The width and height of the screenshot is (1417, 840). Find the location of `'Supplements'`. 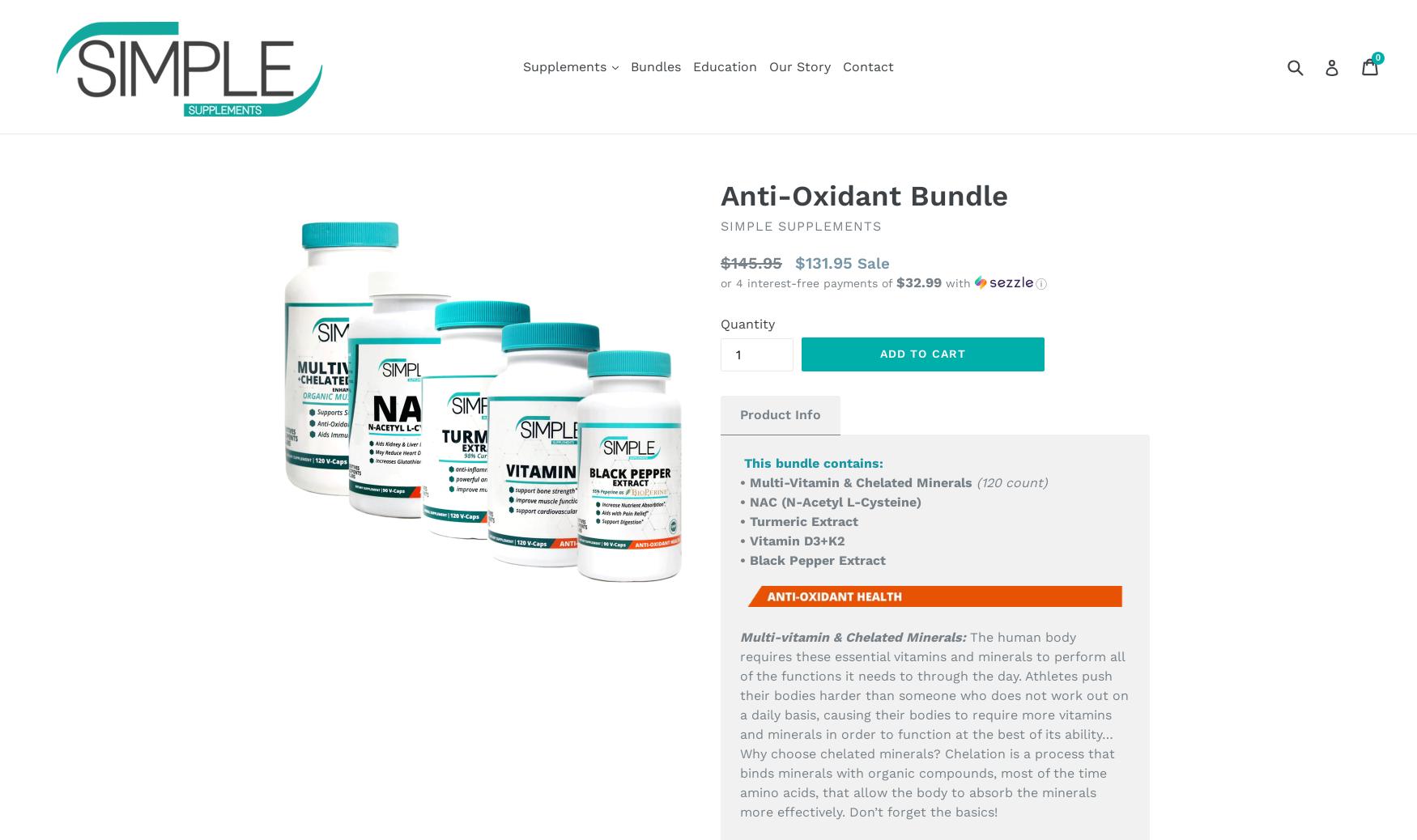

'Supplements' is located at coordinates (567, 65).